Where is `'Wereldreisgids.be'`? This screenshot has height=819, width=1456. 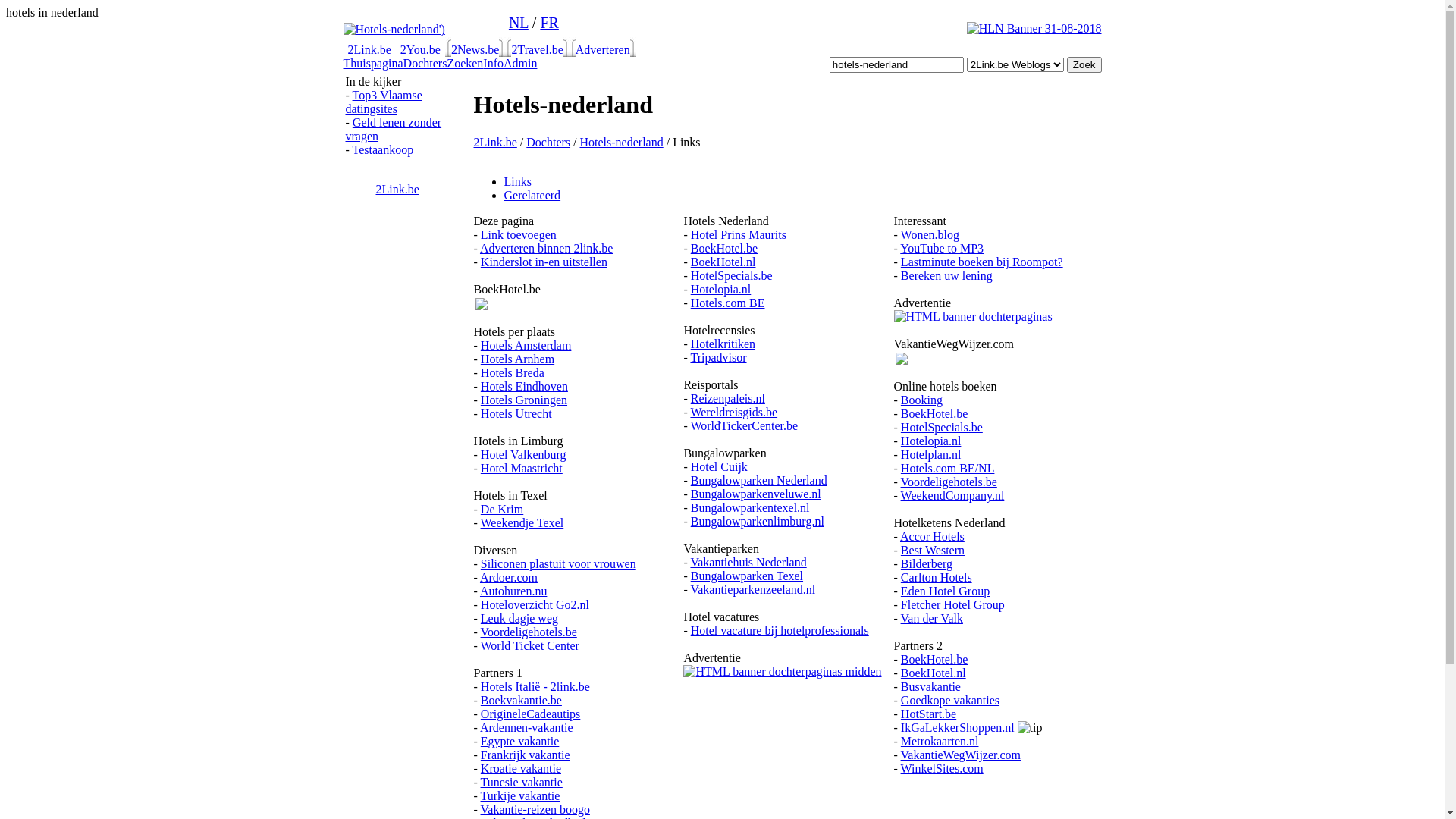
'Wereldreisgids.be' is located at coordinates (733, 412).